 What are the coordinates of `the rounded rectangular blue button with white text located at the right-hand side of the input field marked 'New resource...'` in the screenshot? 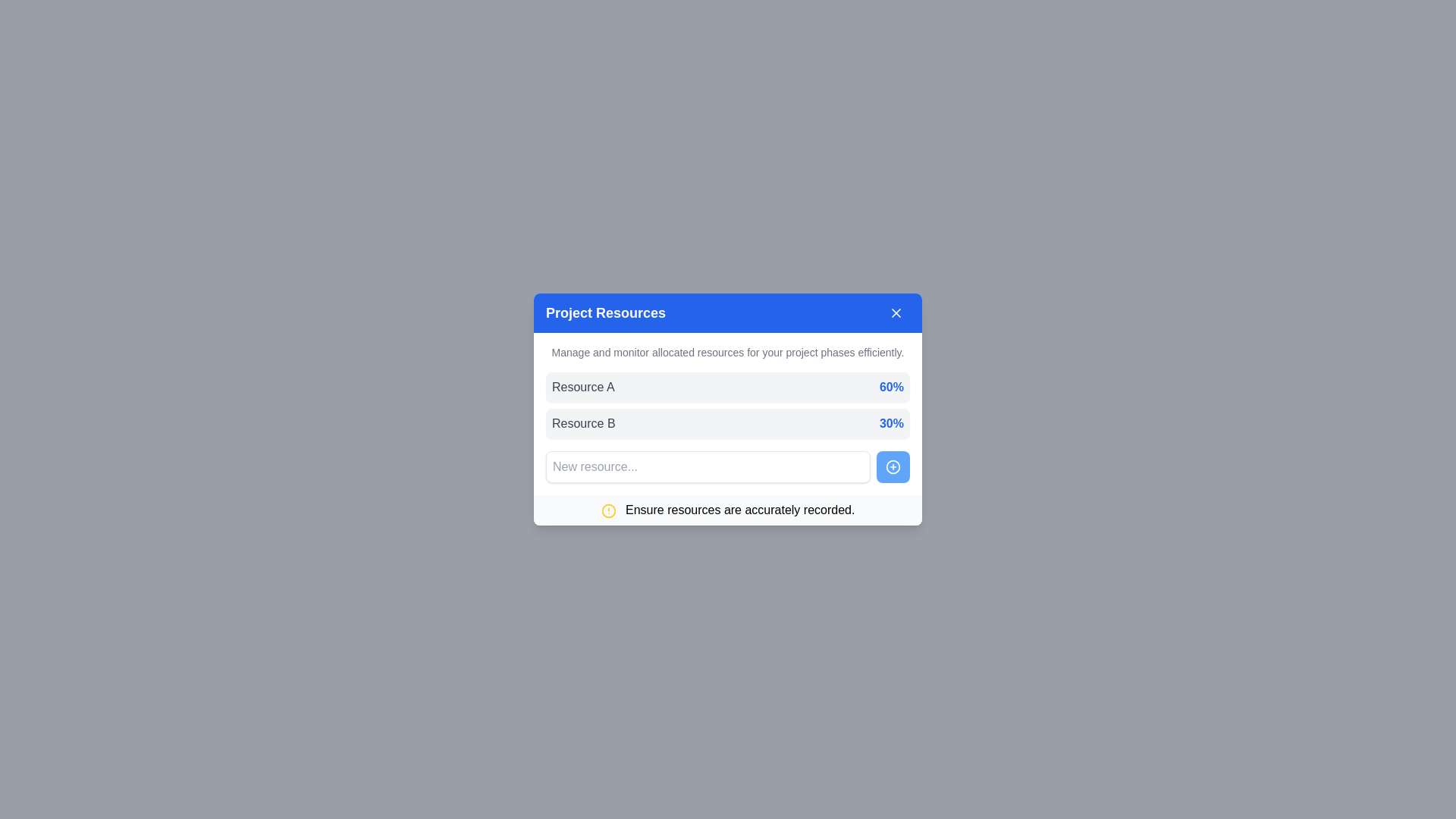 It's located at (893, 466).